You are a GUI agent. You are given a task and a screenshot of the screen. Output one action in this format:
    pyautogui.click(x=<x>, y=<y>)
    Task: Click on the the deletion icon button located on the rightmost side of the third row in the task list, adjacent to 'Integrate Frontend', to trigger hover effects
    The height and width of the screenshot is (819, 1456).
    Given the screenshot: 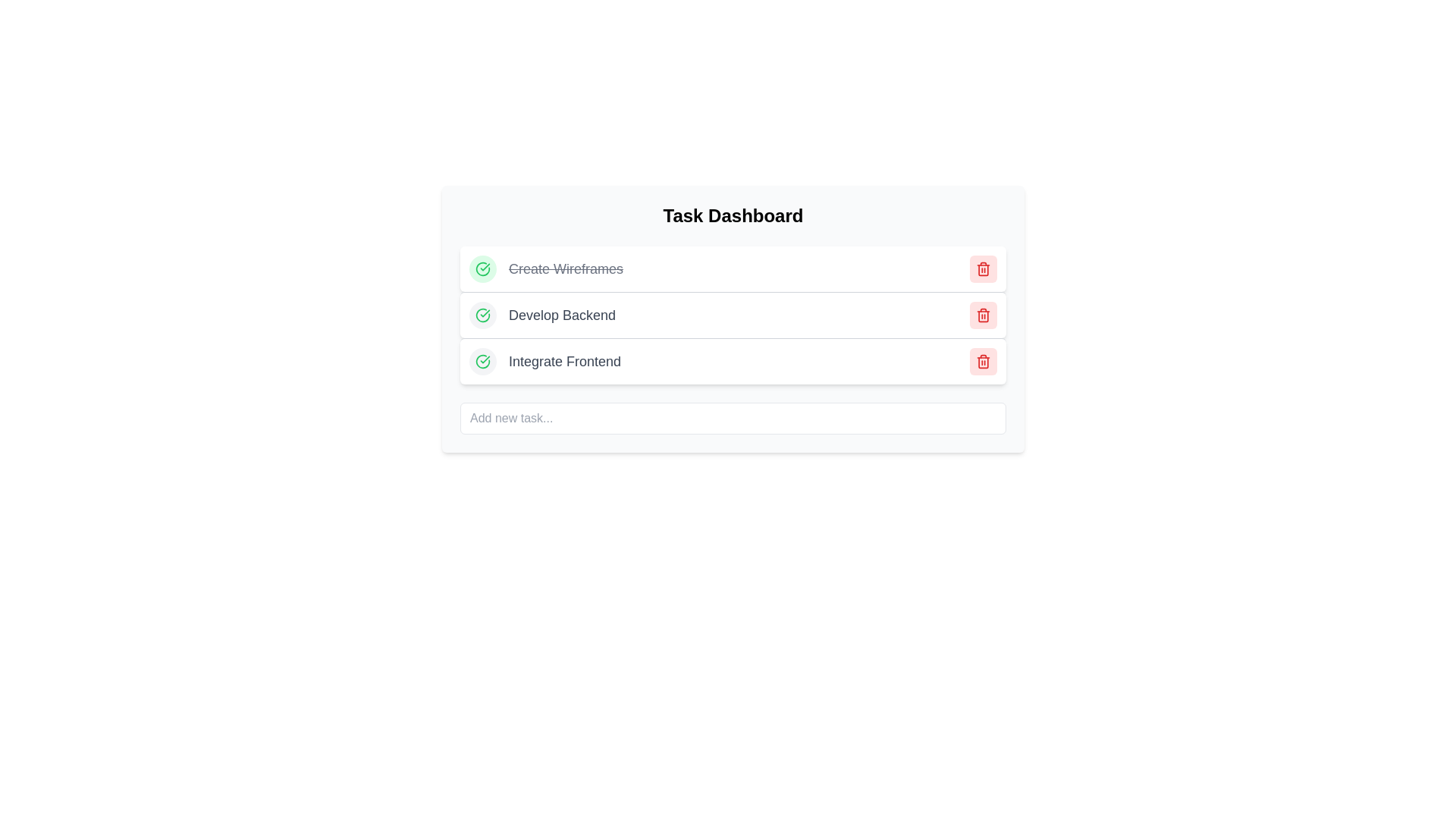 What is the action you would take?
    pyautogui.click(x=983, y=362)
    